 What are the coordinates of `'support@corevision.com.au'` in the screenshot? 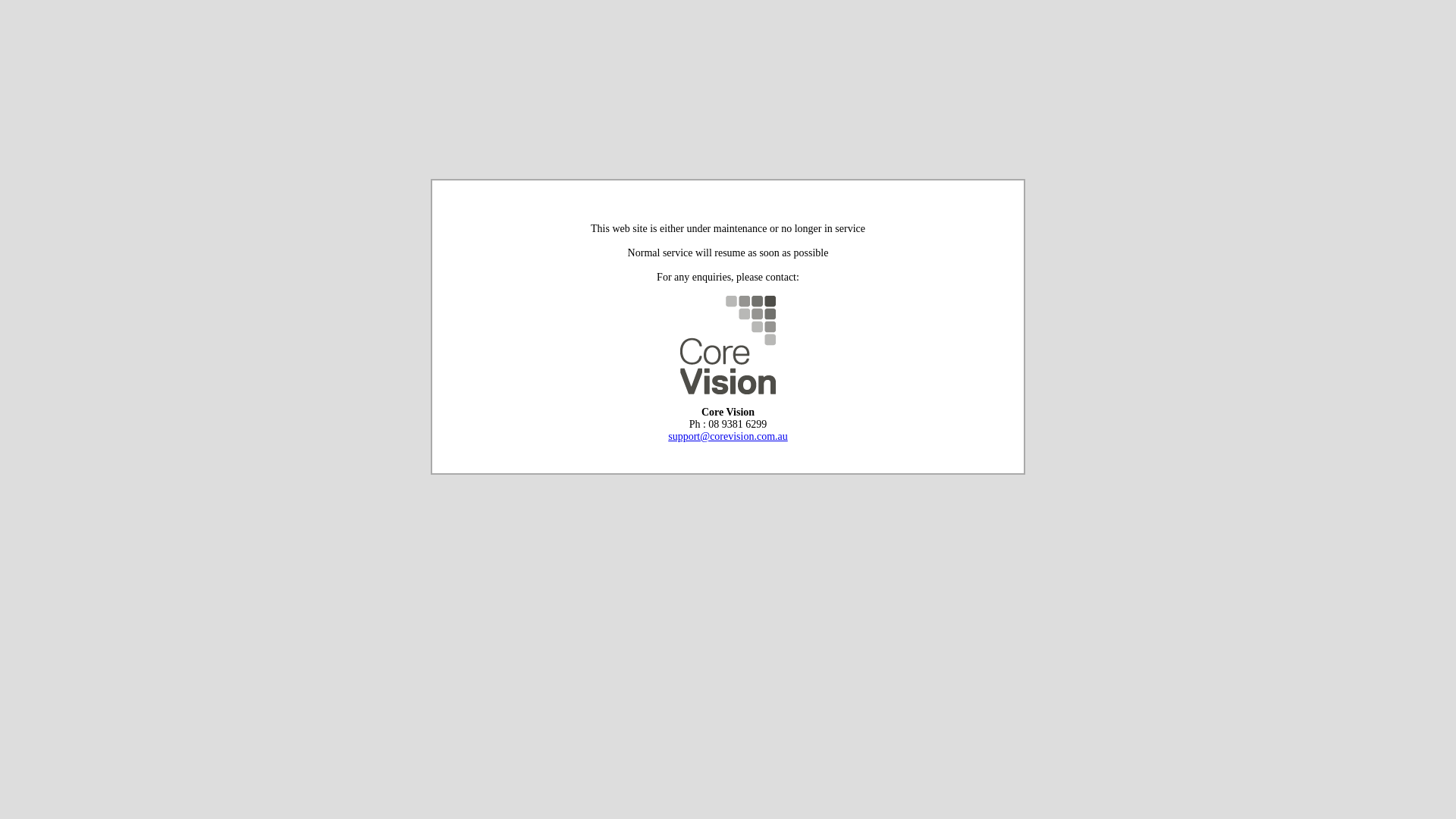 It's located at (728, 436).